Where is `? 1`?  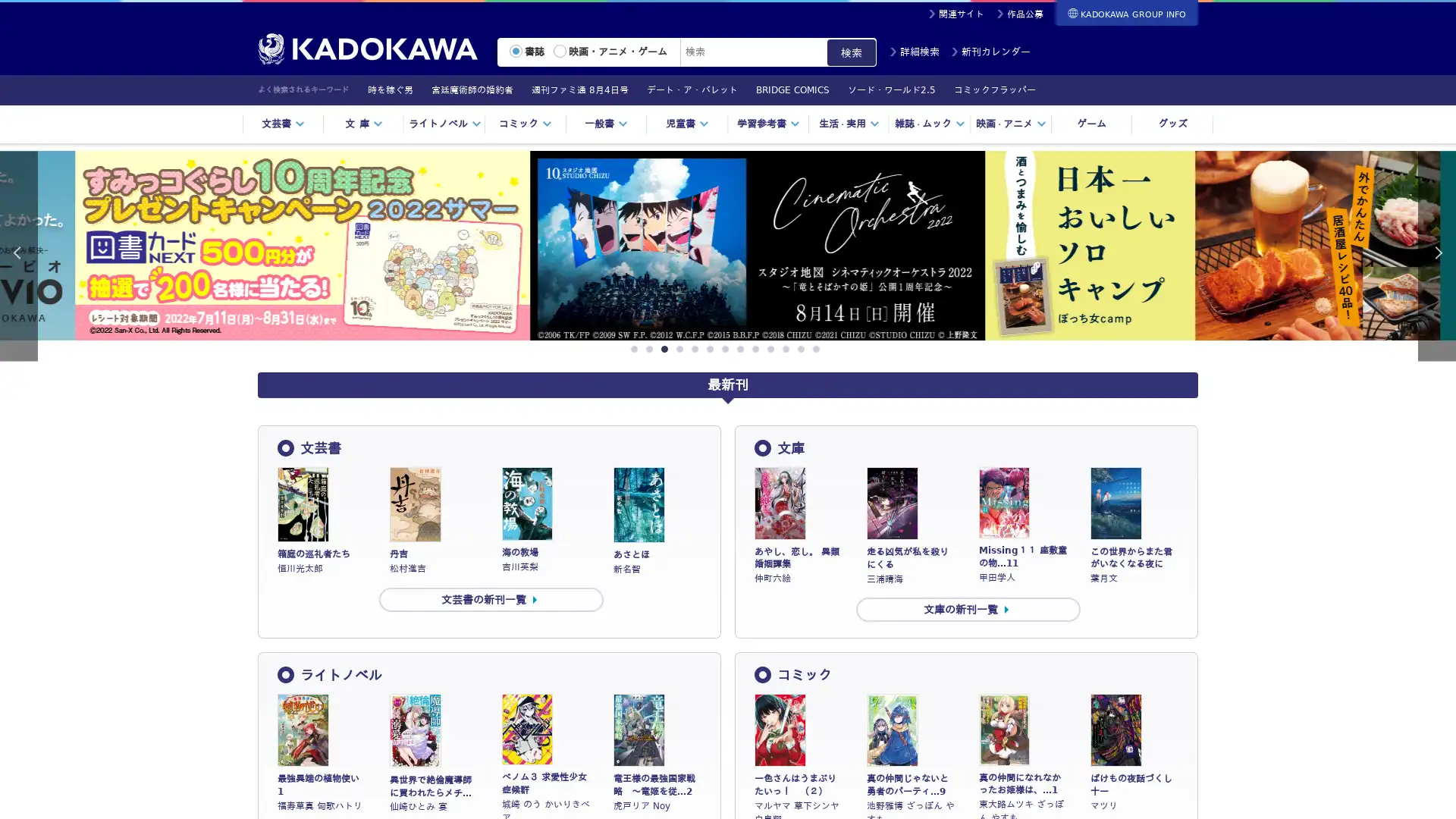 ? 1 is located at coordinates (745, 114).